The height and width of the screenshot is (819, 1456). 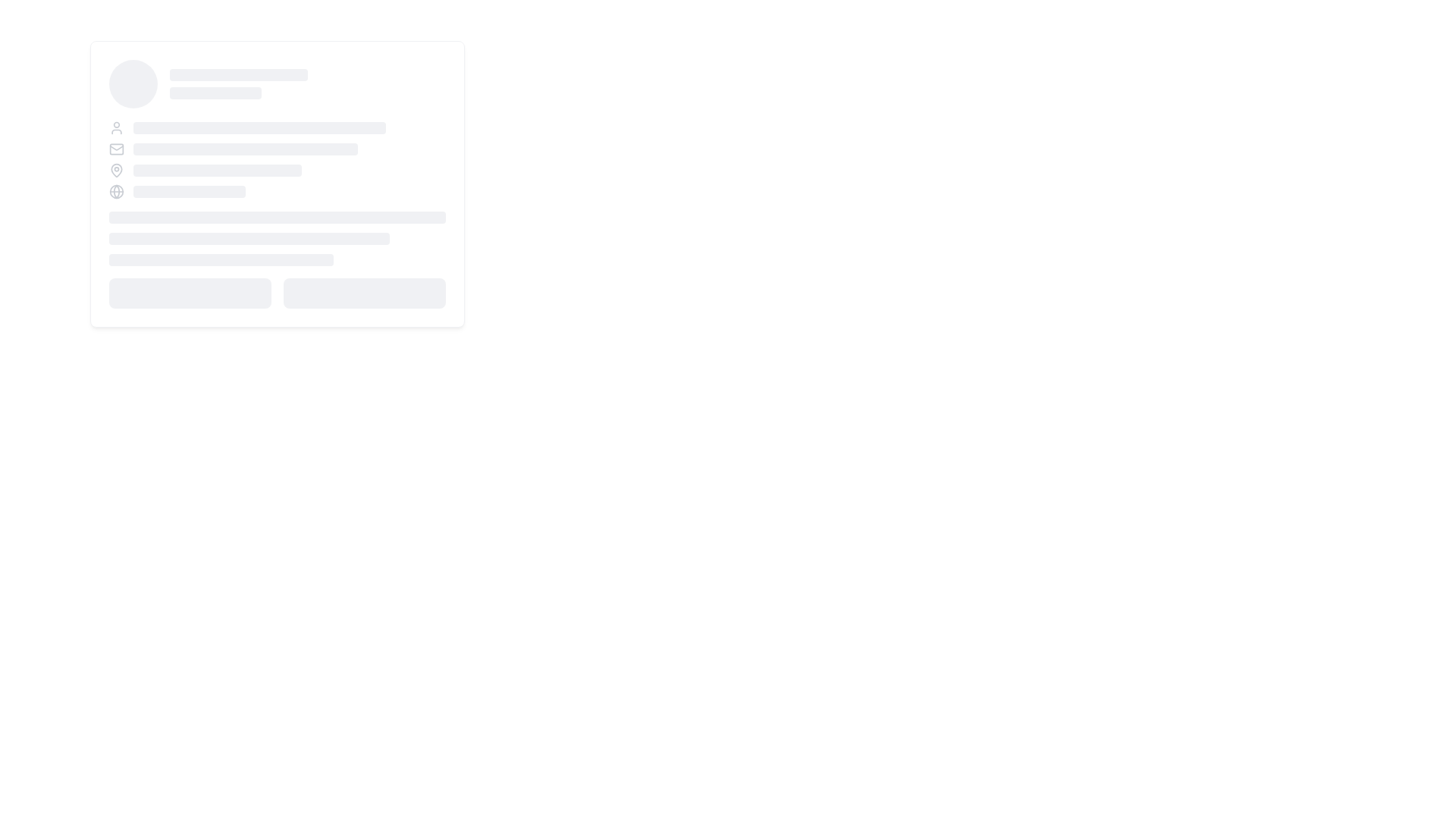 What do you see at coordinates (115, 149) in the screenshot?
I see `the envelope icon, which signifies mail or messaging functions, from its current position` at bounding box center [115, 149].